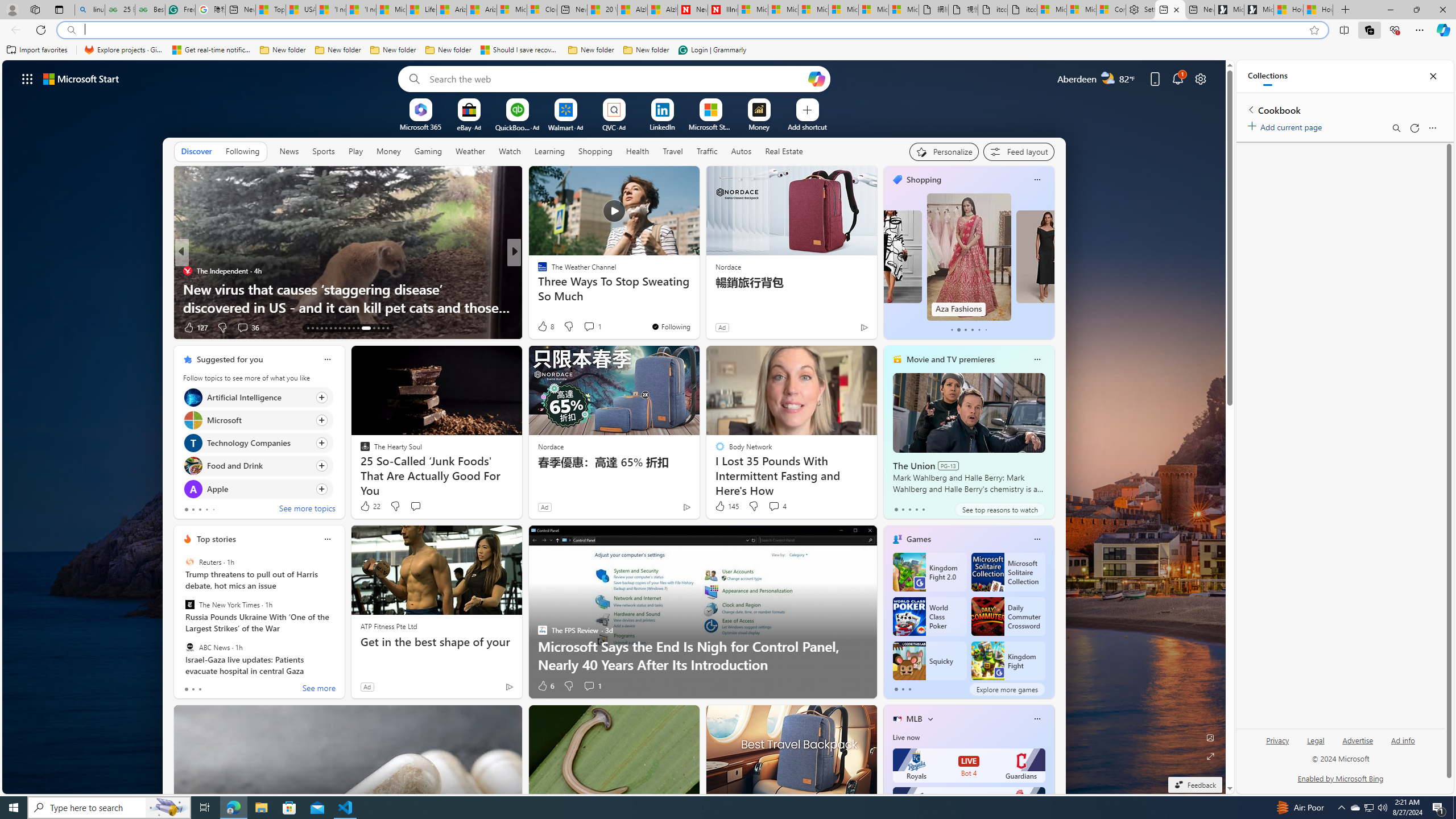  What do you see at coordinates (913, 718) in the screenshot?
I see `'MLB'` at bounding box center [913, 718].